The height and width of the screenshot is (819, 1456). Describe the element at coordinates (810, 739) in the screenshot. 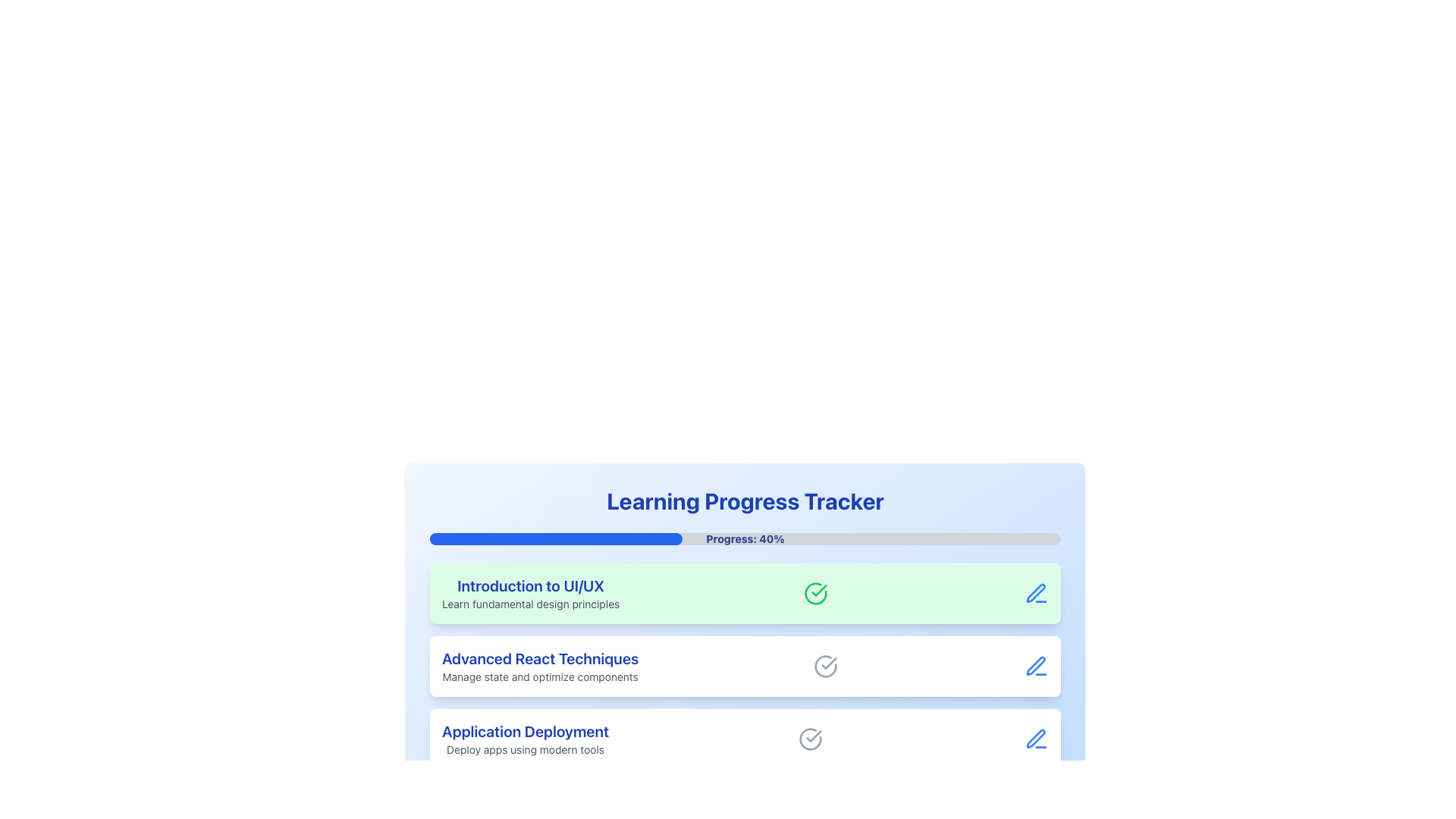

I see `the status indicated by the completion marker icon for the 'Application Deployment' item, located in the middle-right region of the interface` at that location.